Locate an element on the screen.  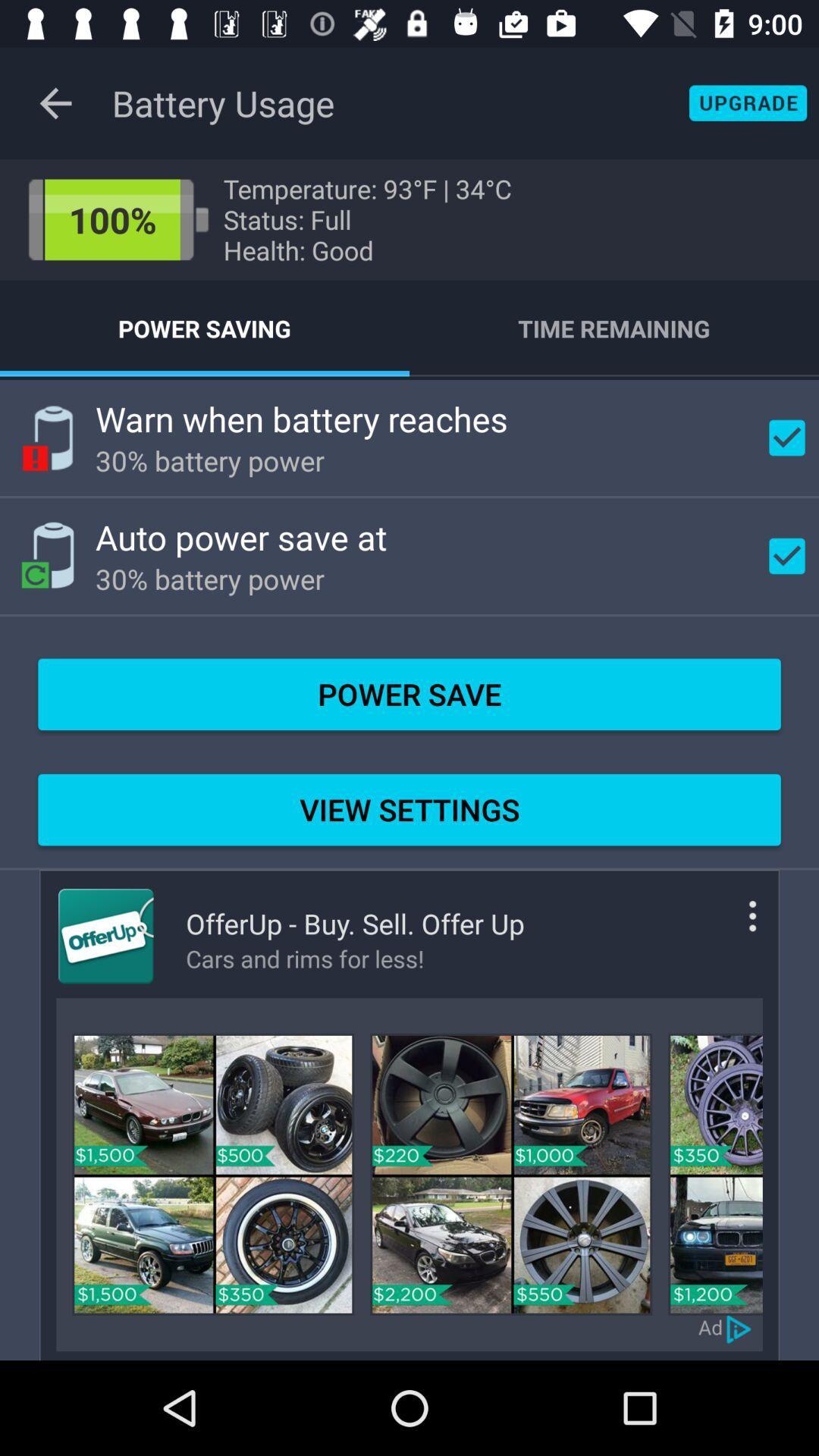
the view settings item is located at coordinates (409, 809).